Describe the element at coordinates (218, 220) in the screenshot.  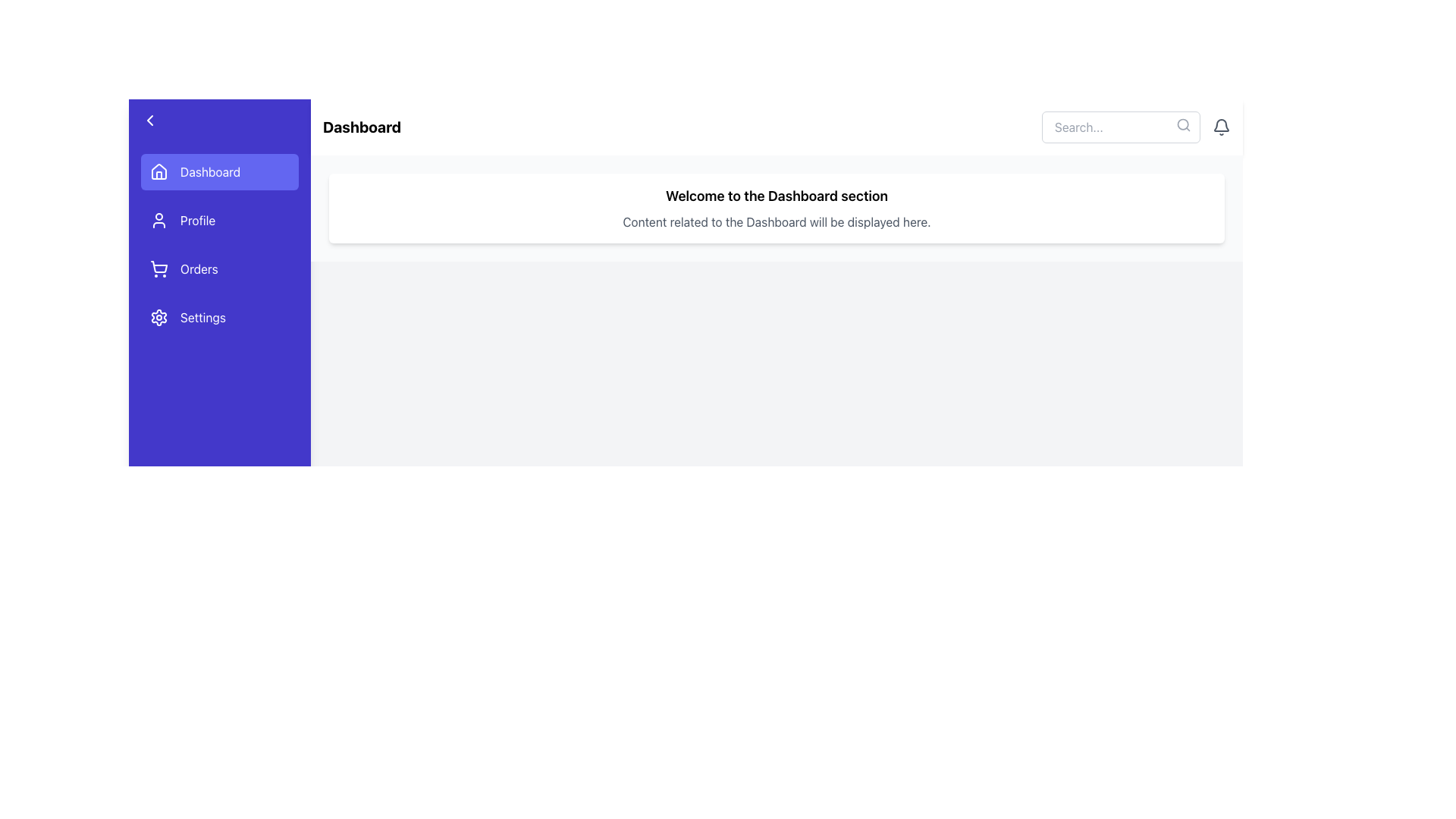
I see `the 'Profile' navigation button located in the vertical menu on the left side of the interface, which is positioned below the 'Dashboard' and above the 'Orders' menu items` at that location.